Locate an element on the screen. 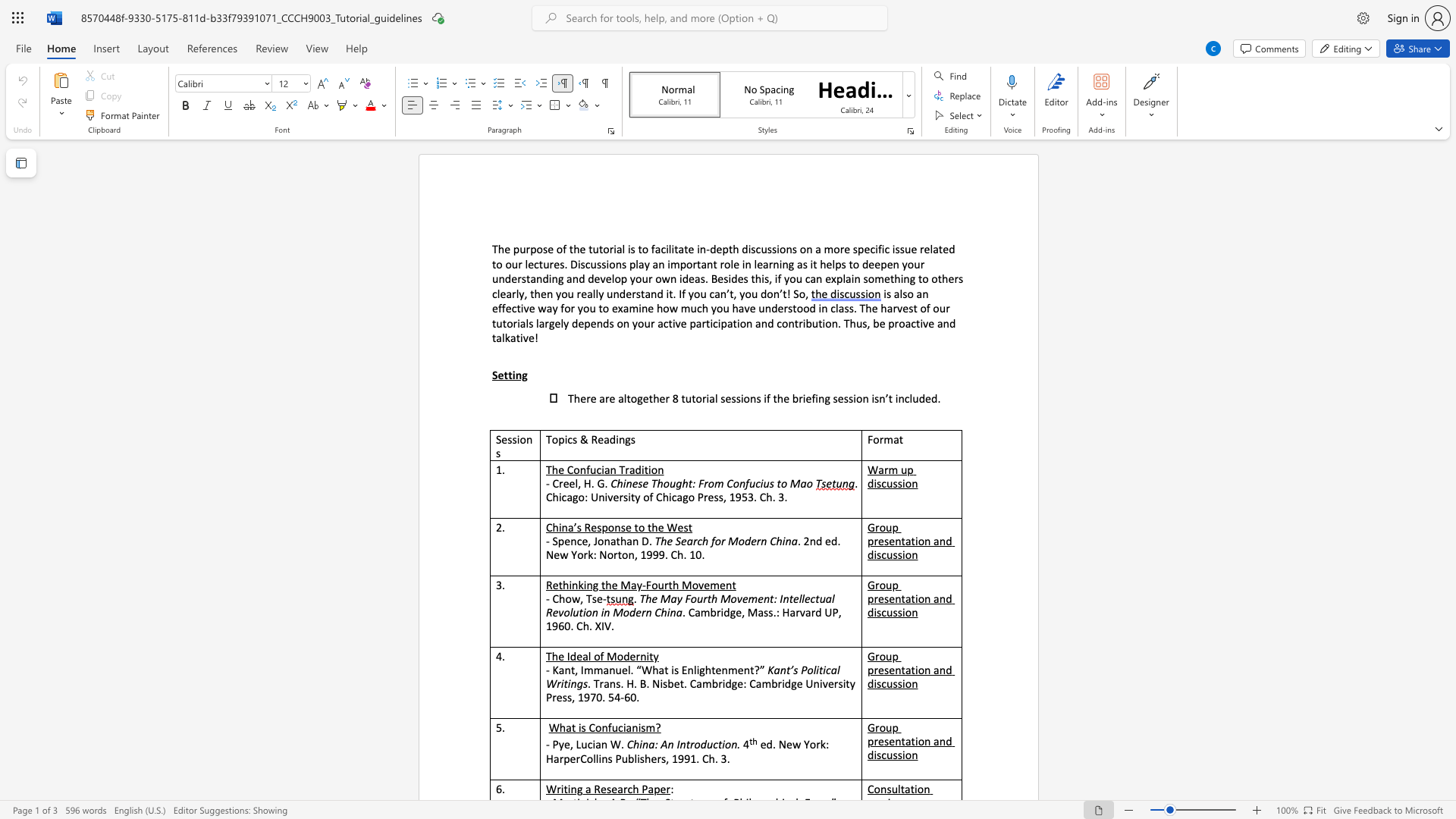 Image resolution: width=1456 pixels, height=819 pixels. the subset text "ctiv" within the text "on your active" is located at coordinates (663, 322).